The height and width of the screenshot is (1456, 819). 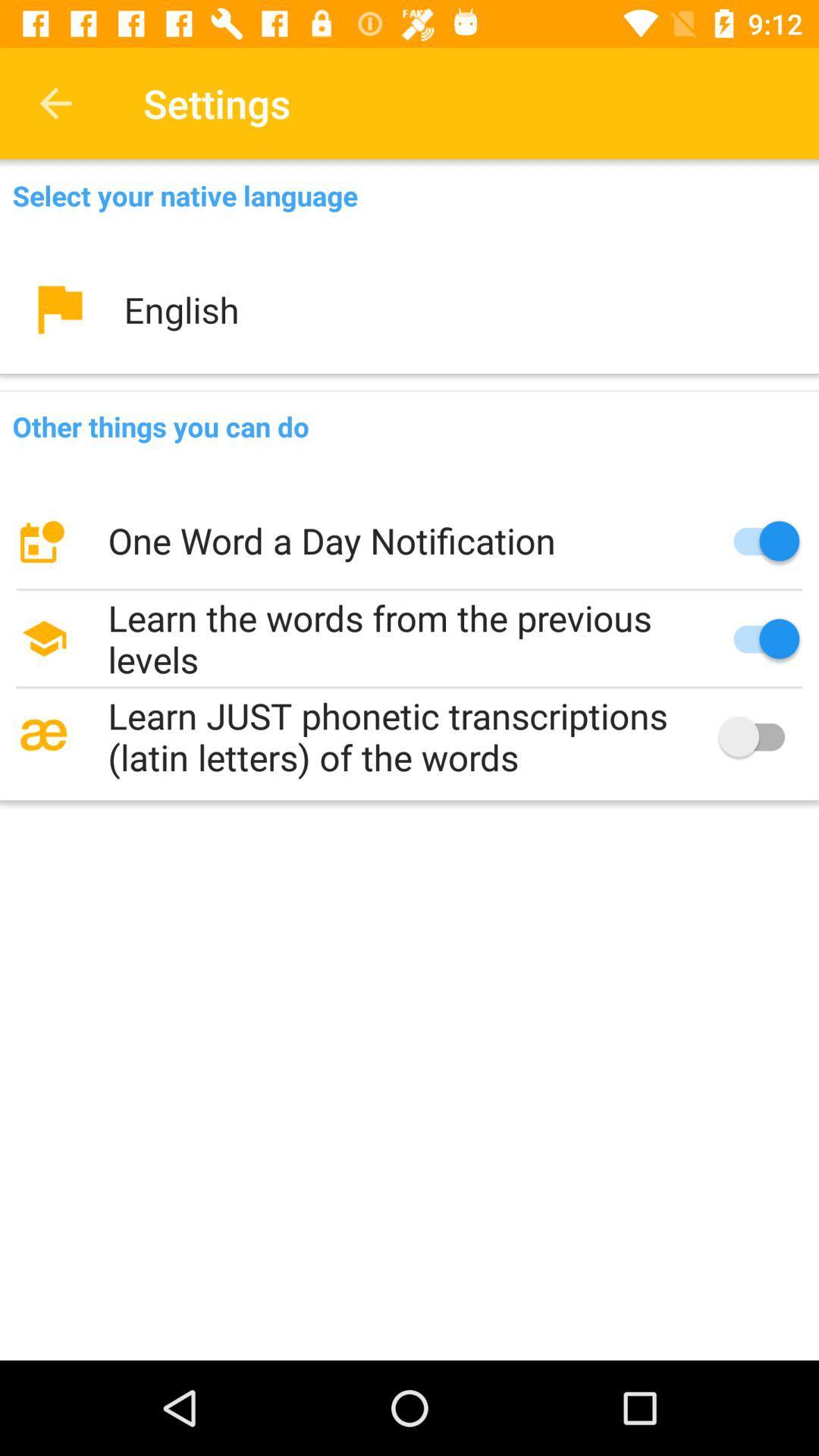 What do you see at coordinates (409, 736) in the screenshot?
I see `learn just phonetic` at bounding box center [409, 736].